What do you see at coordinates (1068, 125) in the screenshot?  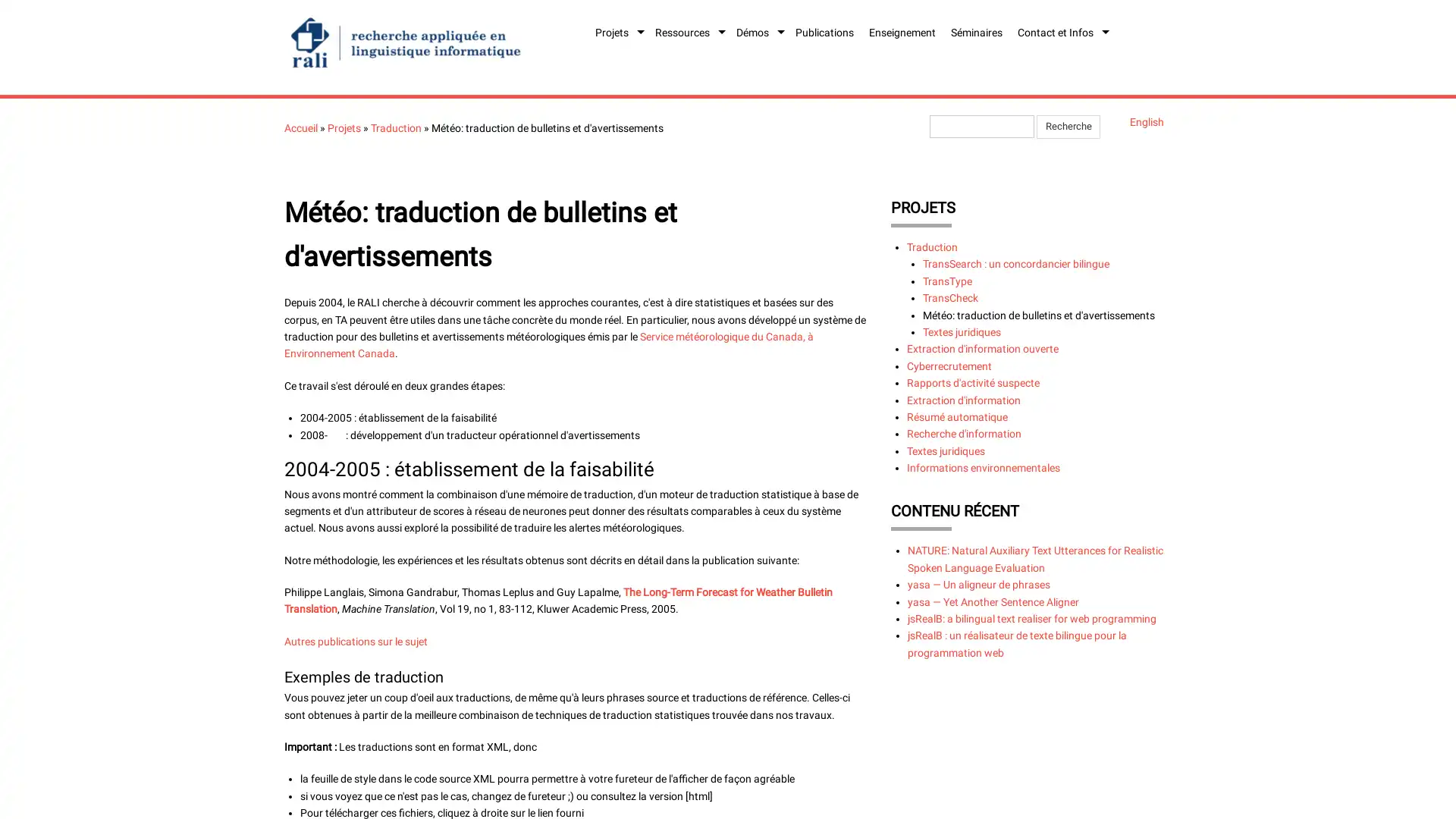 I see `Recherche` at bounding box center [1068, 125].